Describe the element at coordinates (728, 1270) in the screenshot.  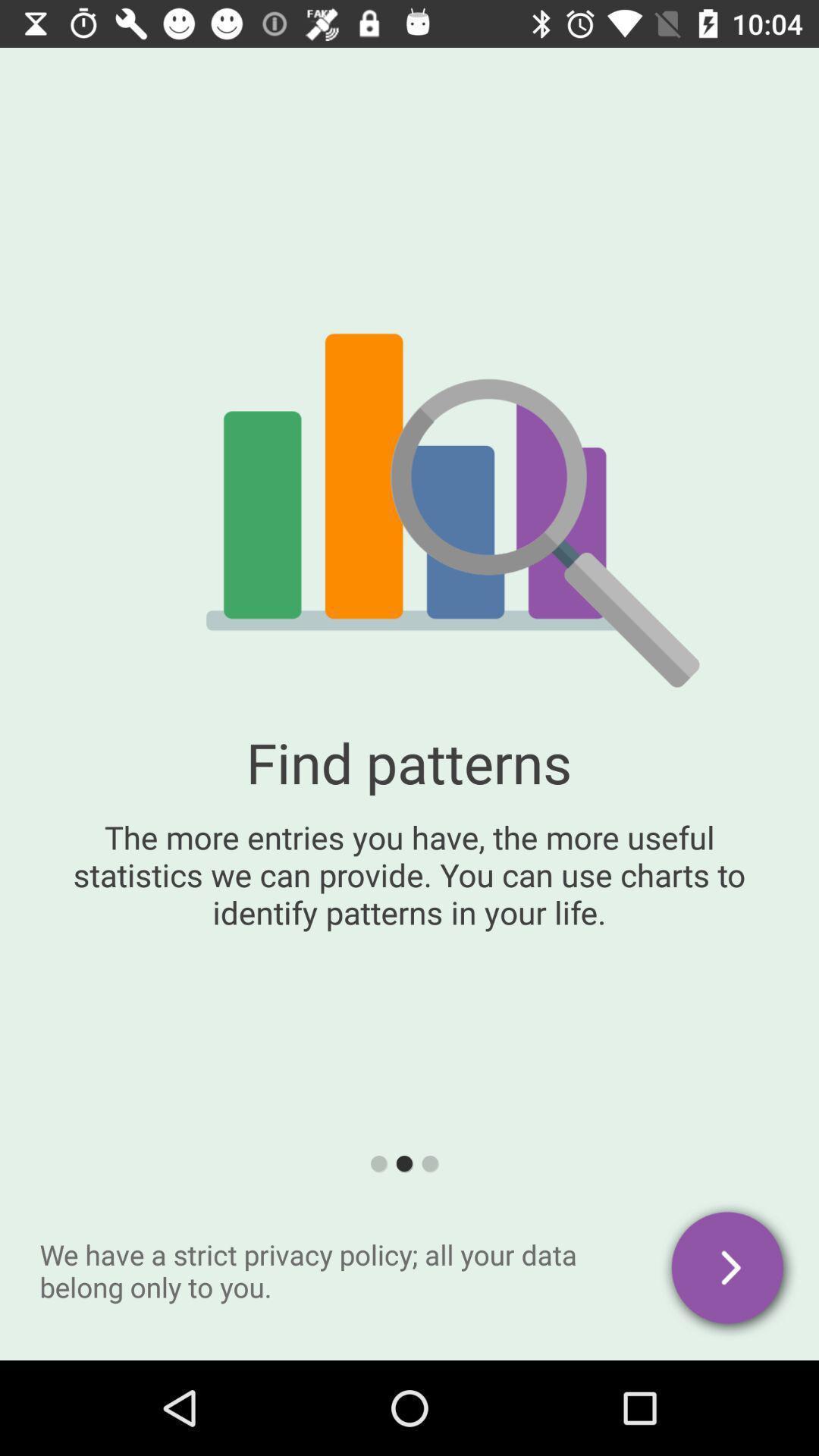
I see `the item at the bottom right corner` at that location.